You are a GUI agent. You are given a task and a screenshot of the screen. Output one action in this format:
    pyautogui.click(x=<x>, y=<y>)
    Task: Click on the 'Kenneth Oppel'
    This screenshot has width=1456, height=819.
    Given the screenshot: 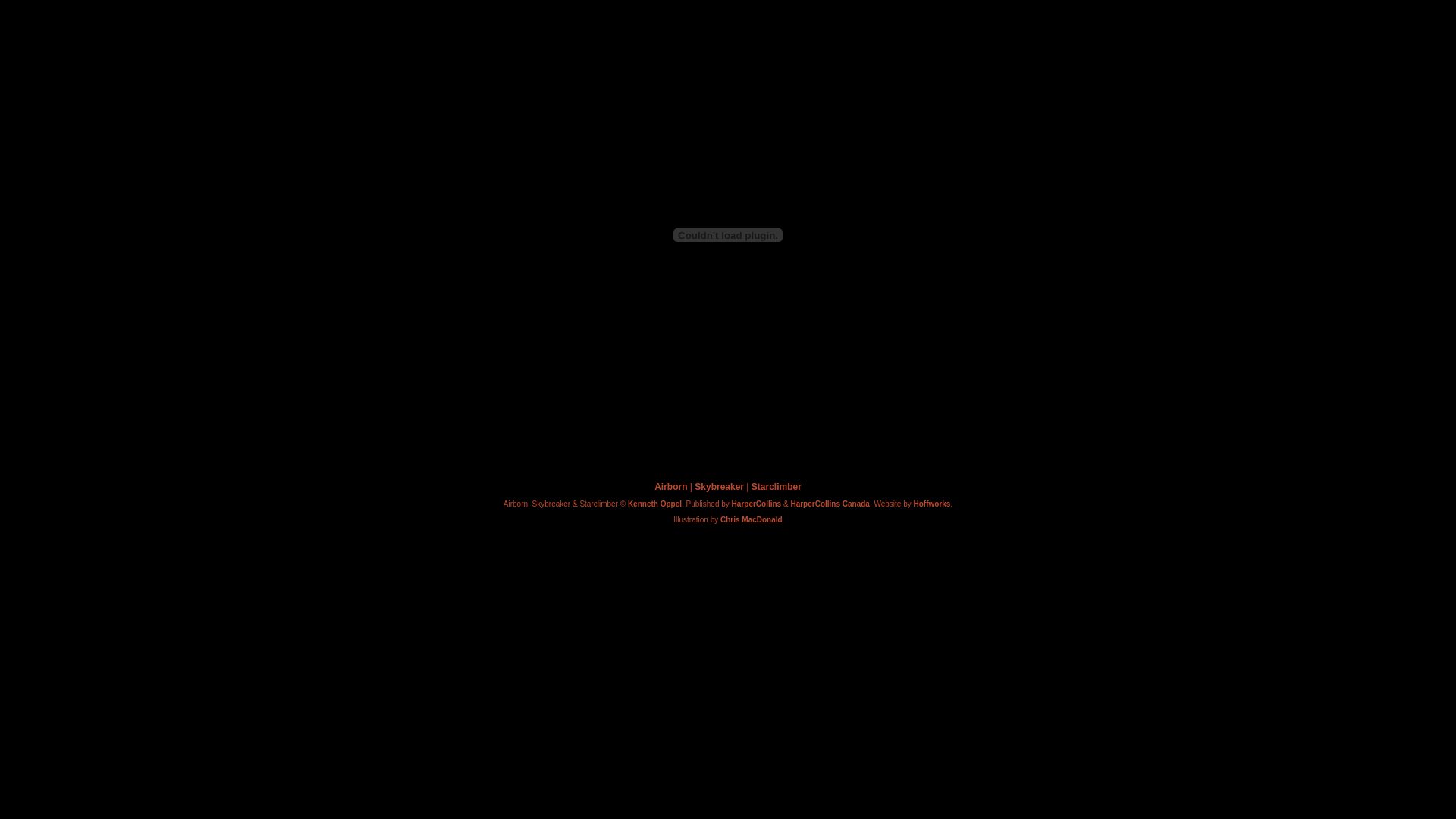 What is the action you would take?
    pyautogui.click(x=654, y=504)
    